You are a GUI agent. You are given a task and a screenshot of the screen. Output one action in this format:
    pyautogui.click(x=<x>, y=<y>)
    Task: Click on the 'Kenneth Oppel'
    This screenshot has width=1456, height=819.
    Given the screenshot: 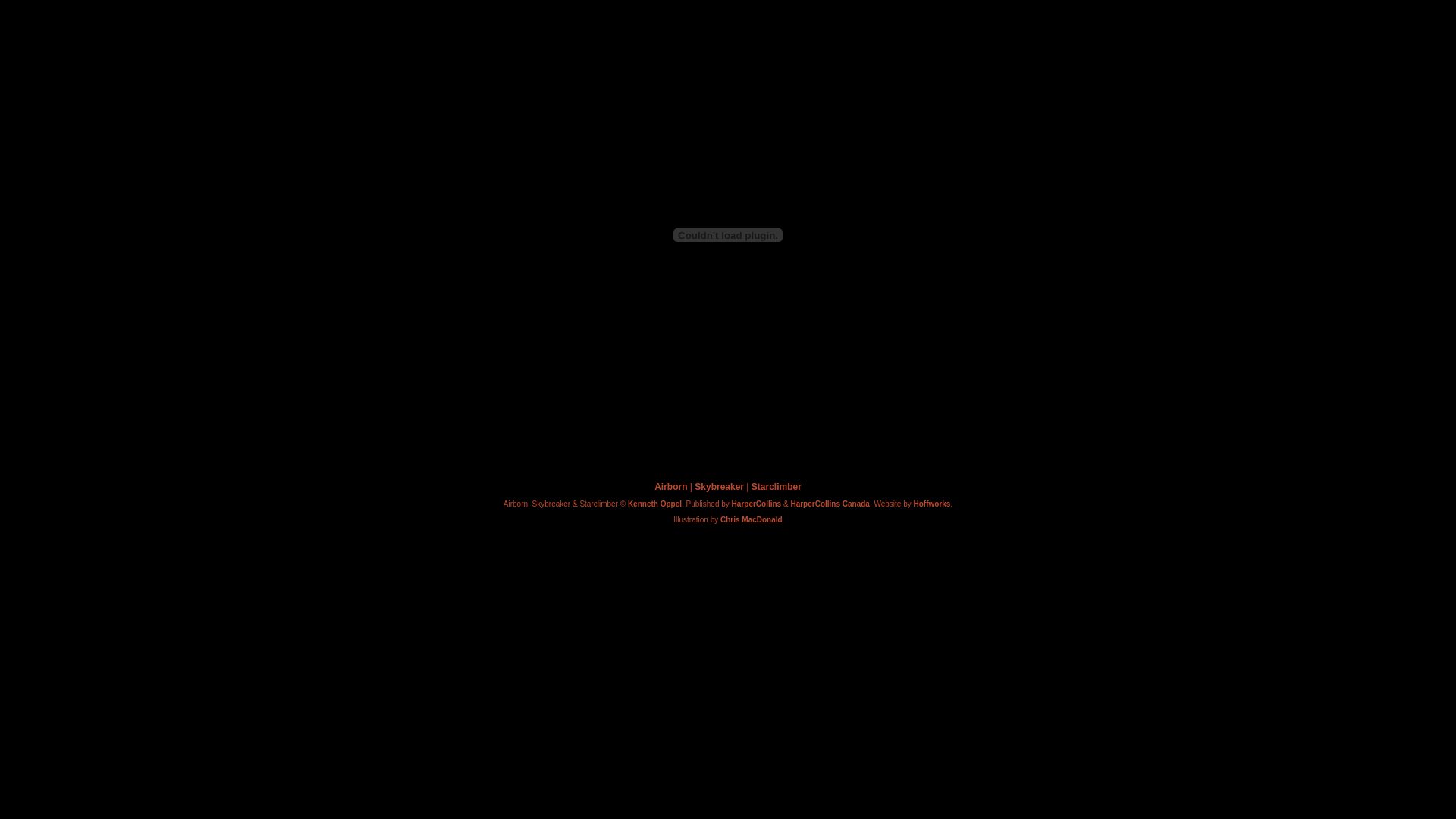 What is the action you would take?
    pyautogui.click(x=654, y=504)
    